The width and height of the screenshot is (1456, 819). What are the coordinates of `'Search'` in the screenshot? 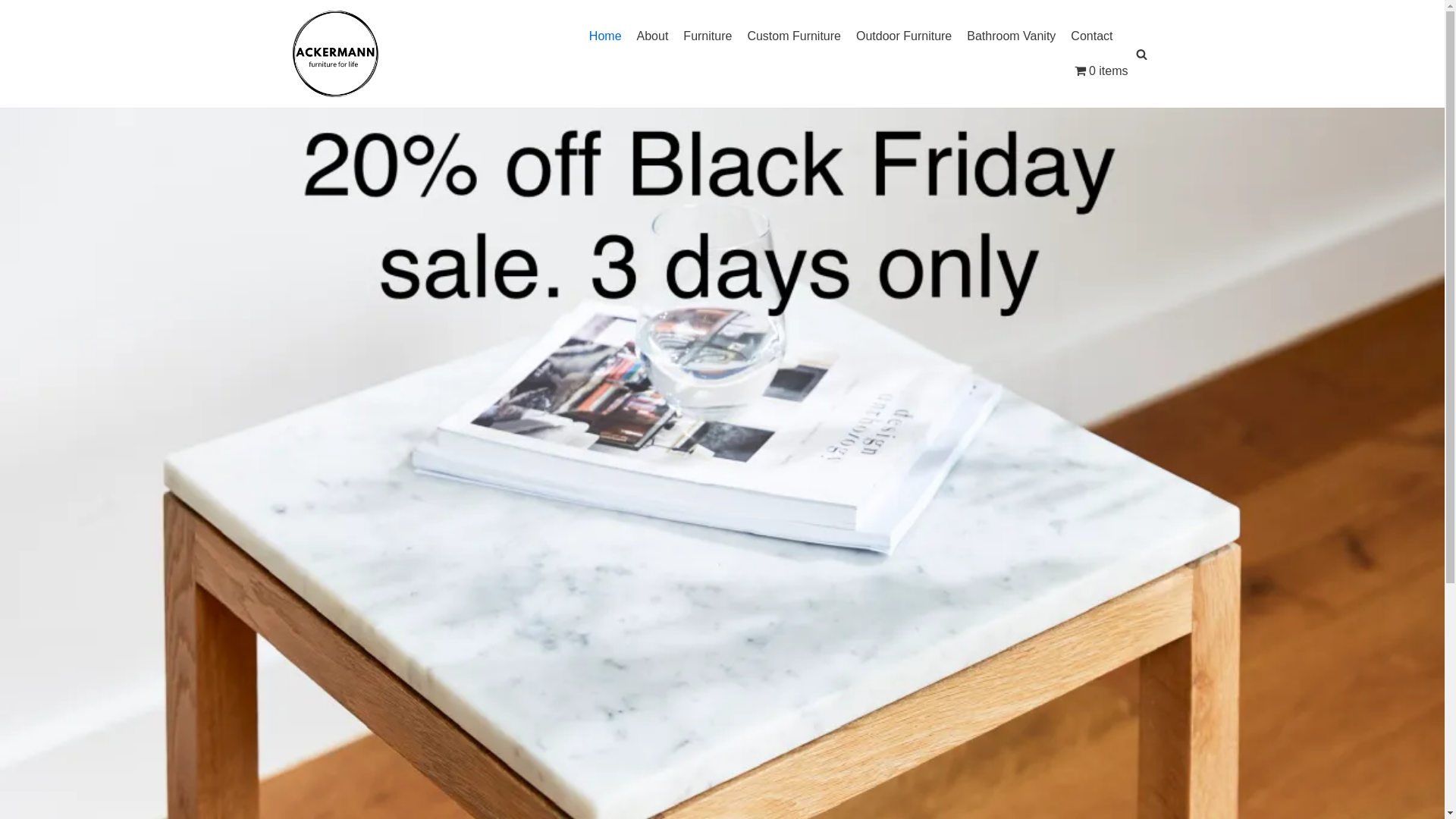 It's located at (1137, 409).